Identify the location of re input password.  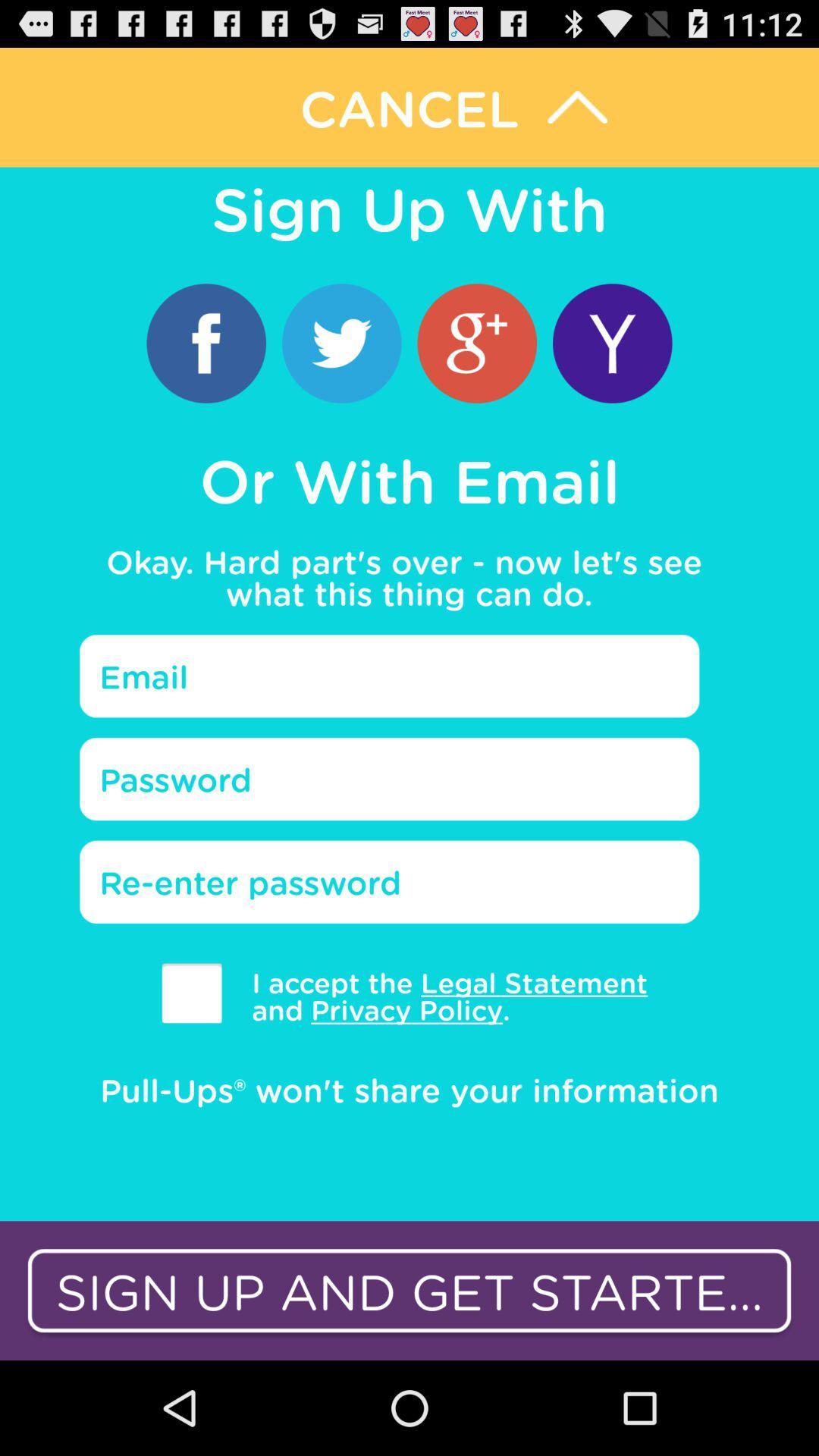
(388, 882).